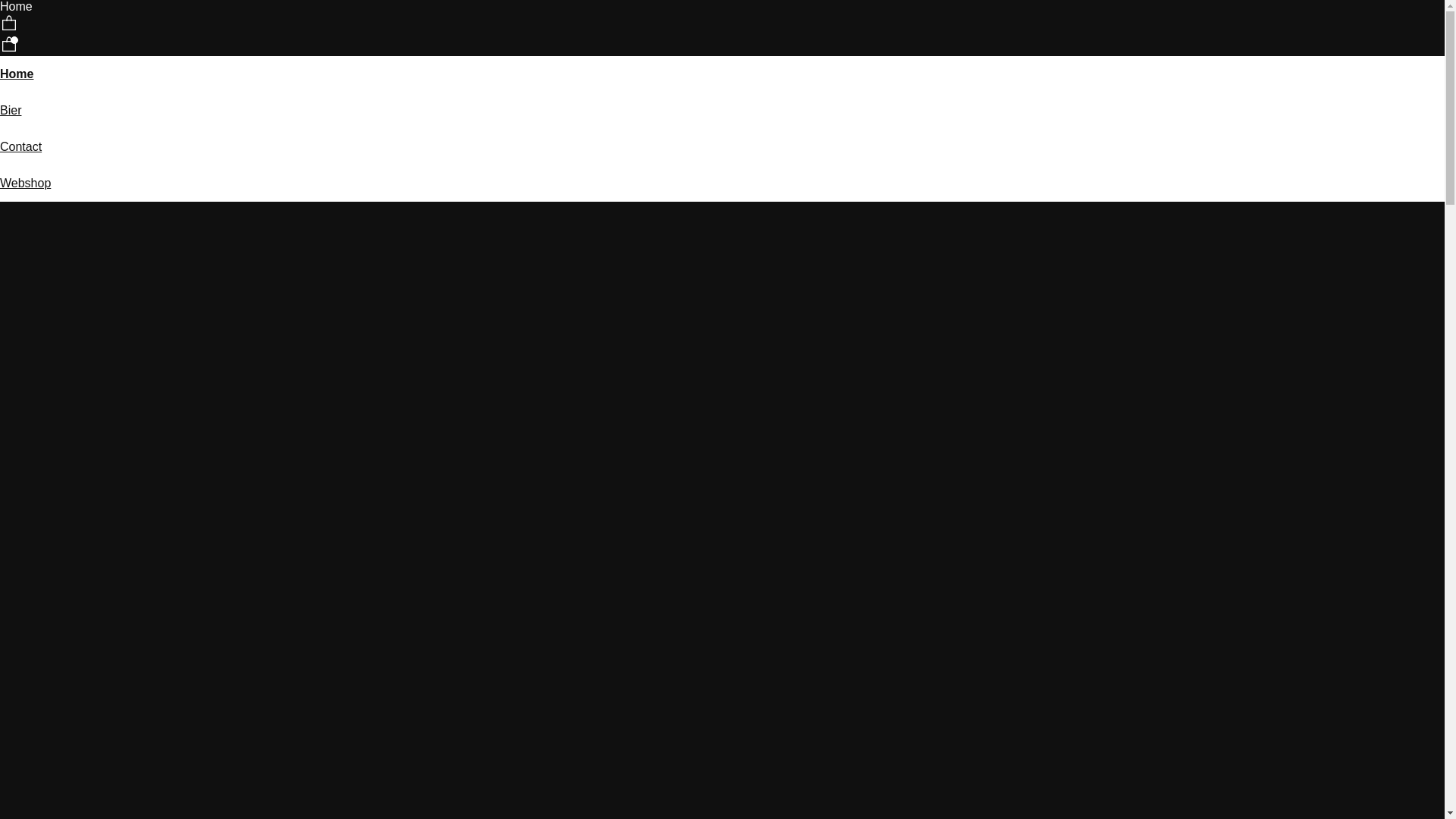 The image size is (1456, 819). Describe the element at coordinates (20, 146) in the screenshot. I see `'Contact'` at that location.